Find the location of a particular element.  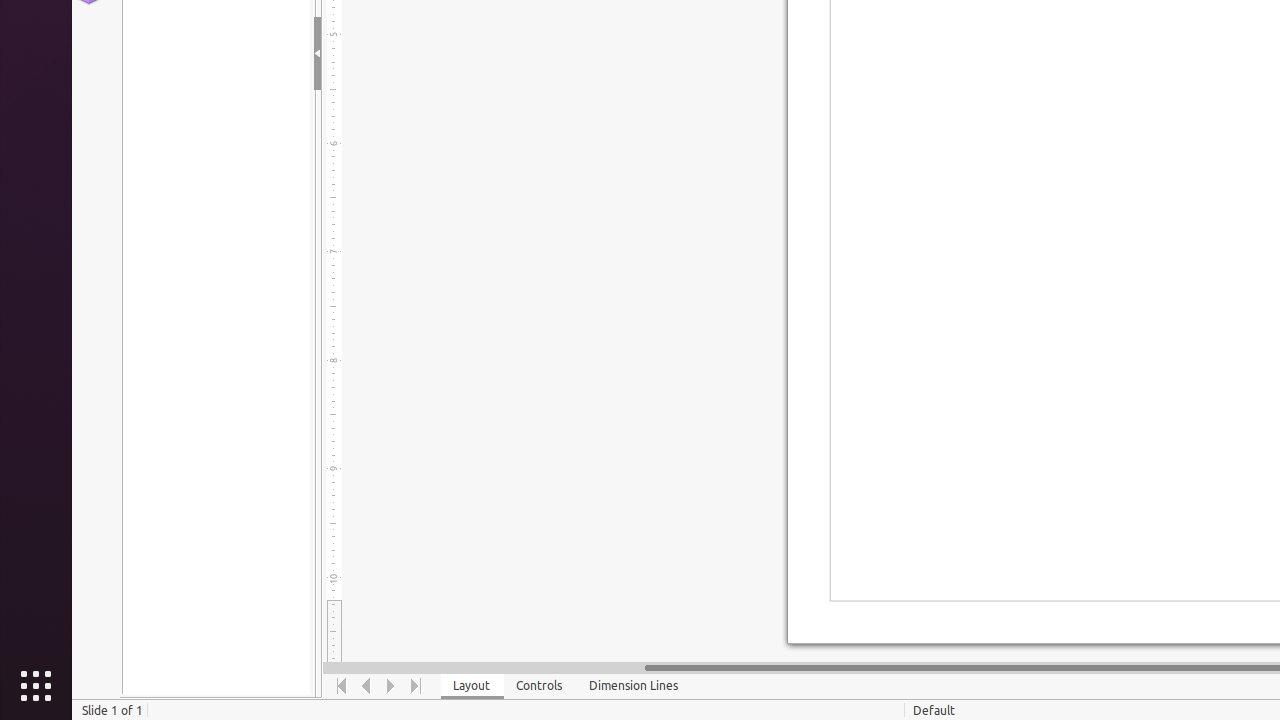

'Move Right' is located at coordinates (391, 685).